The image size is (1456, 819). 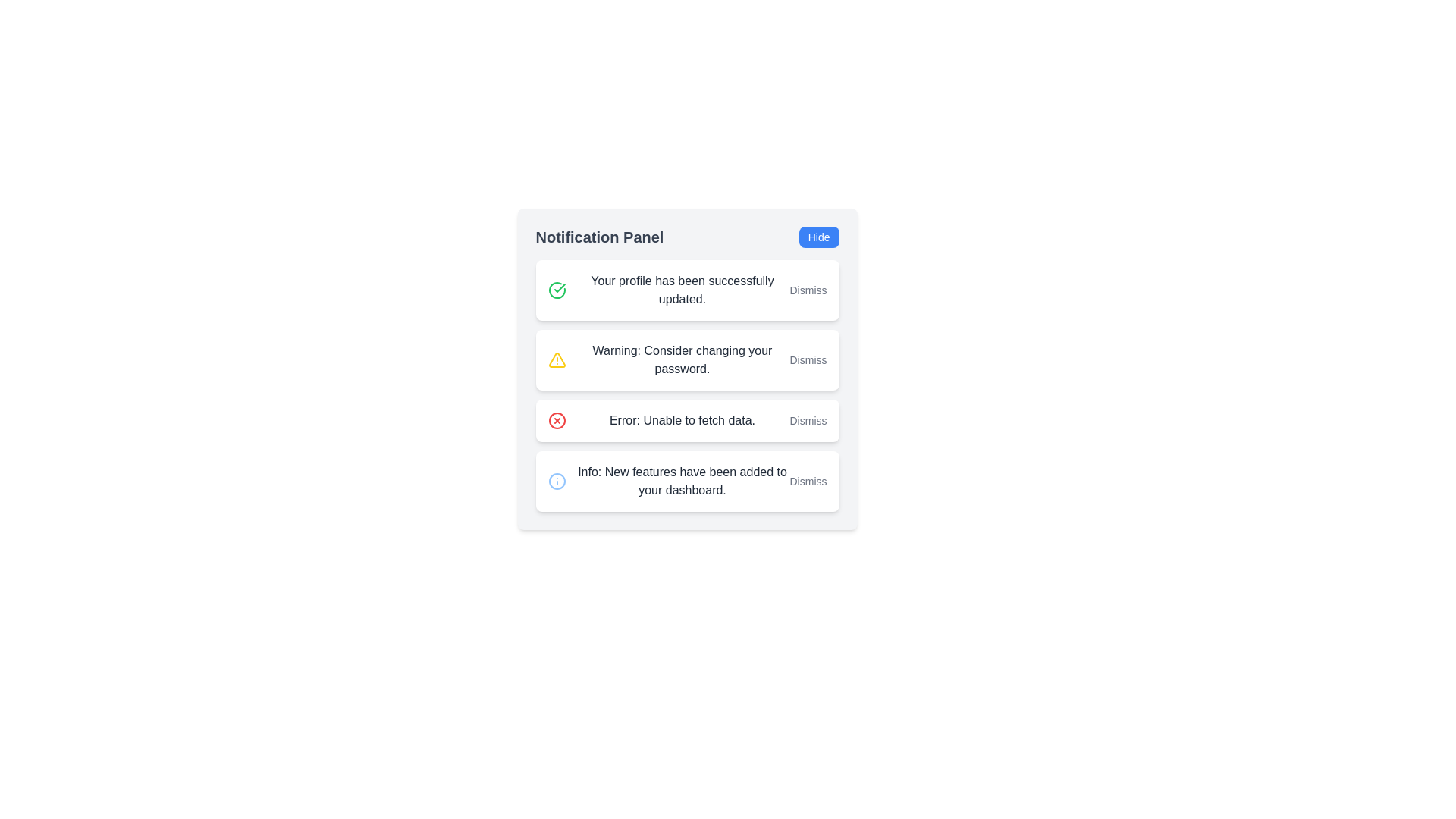 I want to click on the 'Dismiss' button in gray font, so click(x=807, y=359).